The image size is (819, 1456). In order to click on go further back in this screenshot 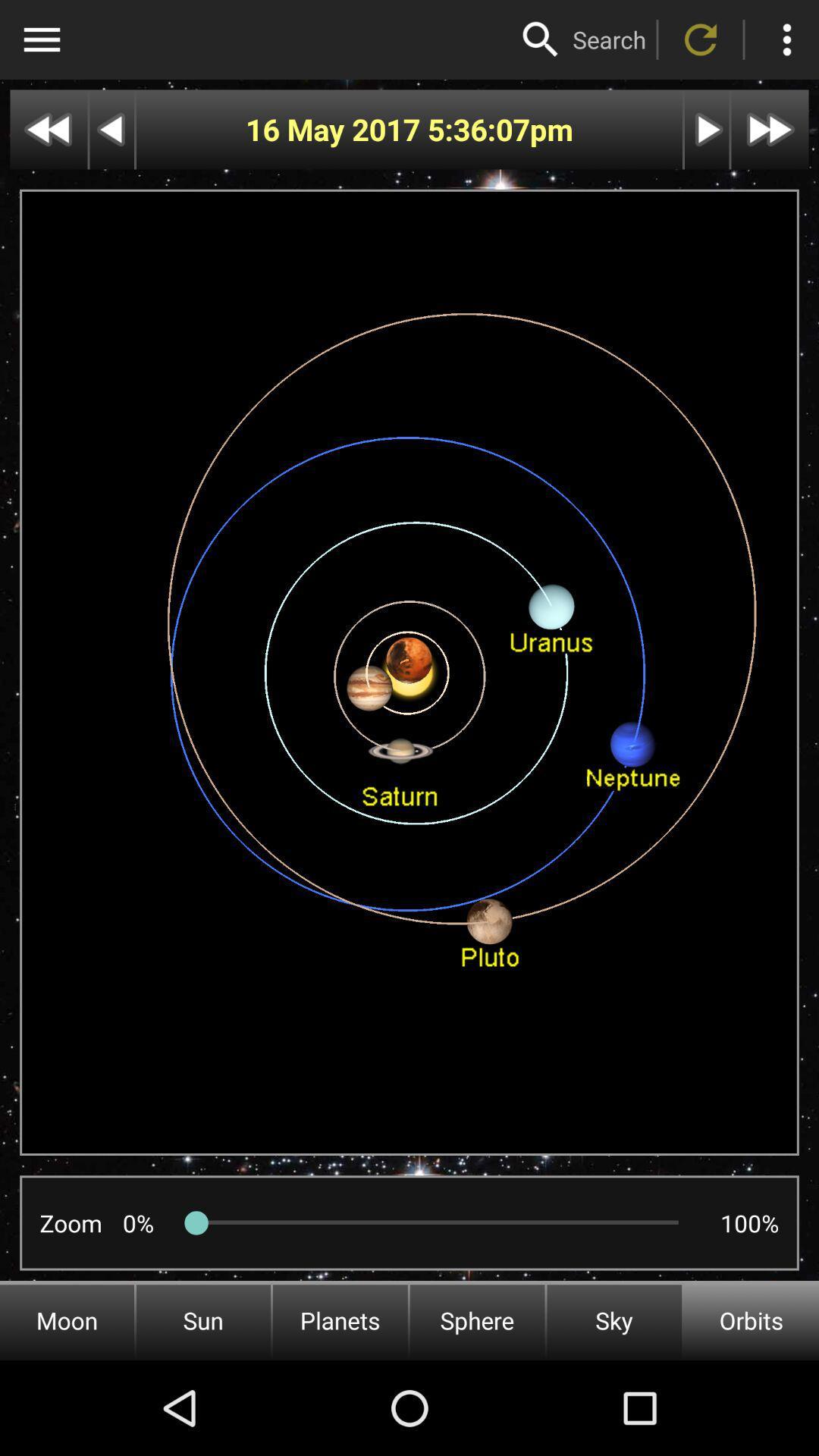, I will do `click(48, 130)`.